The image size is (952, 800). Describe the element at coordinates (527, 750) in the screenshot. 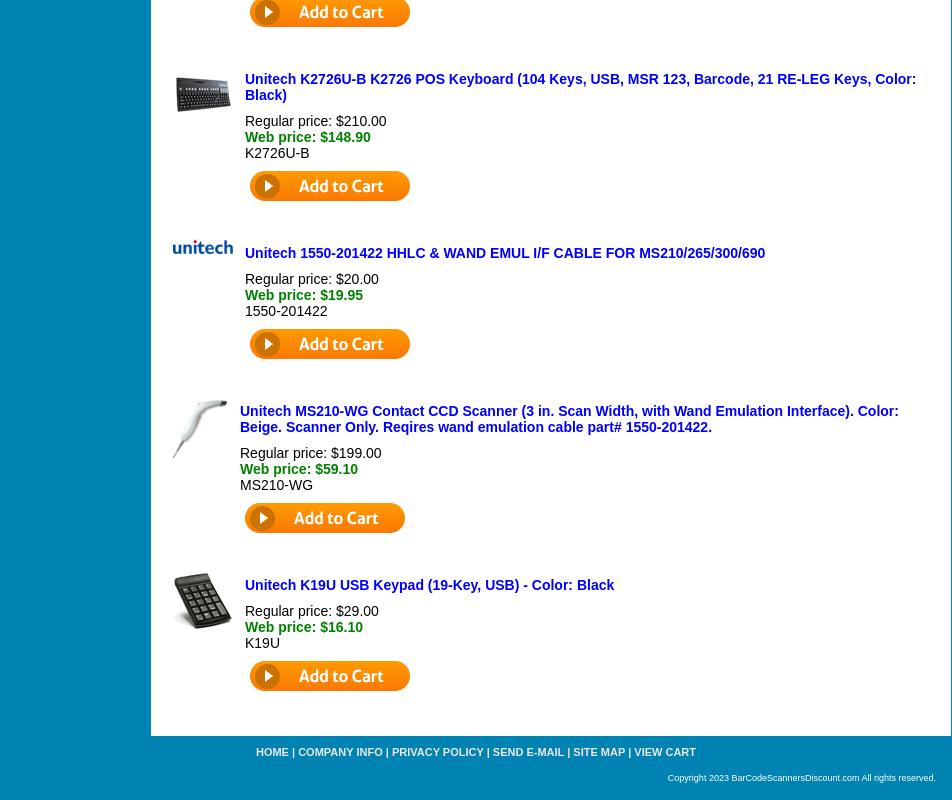

I see `'Send e-Mail'` at that location.